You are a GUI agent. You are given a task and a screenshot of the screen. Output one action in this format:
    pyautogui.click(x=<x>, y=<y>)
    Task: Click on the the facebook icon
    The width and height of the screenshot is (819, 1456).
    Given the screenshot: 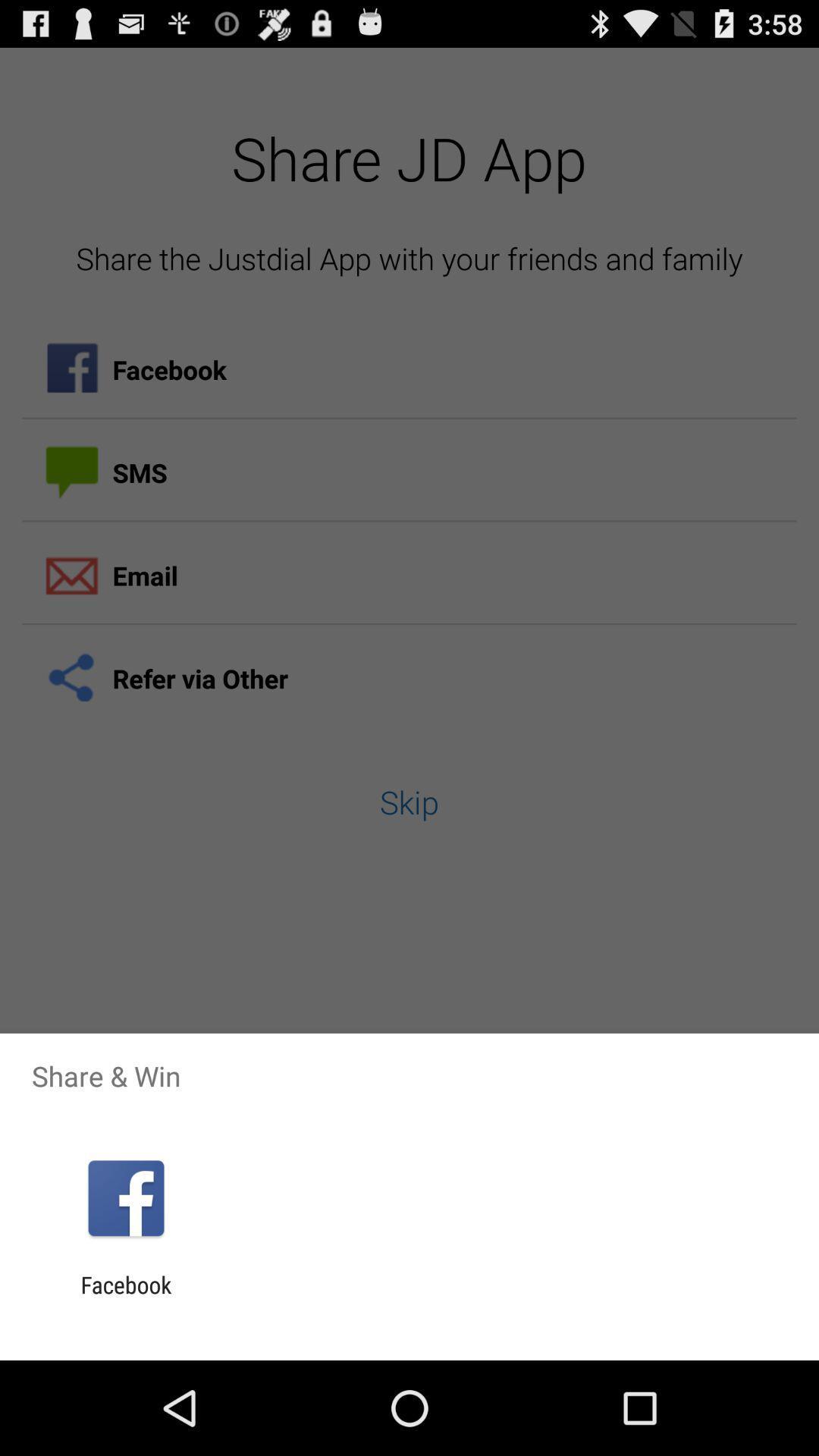 What is the action you would take?
    pyautogui.click(x=125, y=1298)
    